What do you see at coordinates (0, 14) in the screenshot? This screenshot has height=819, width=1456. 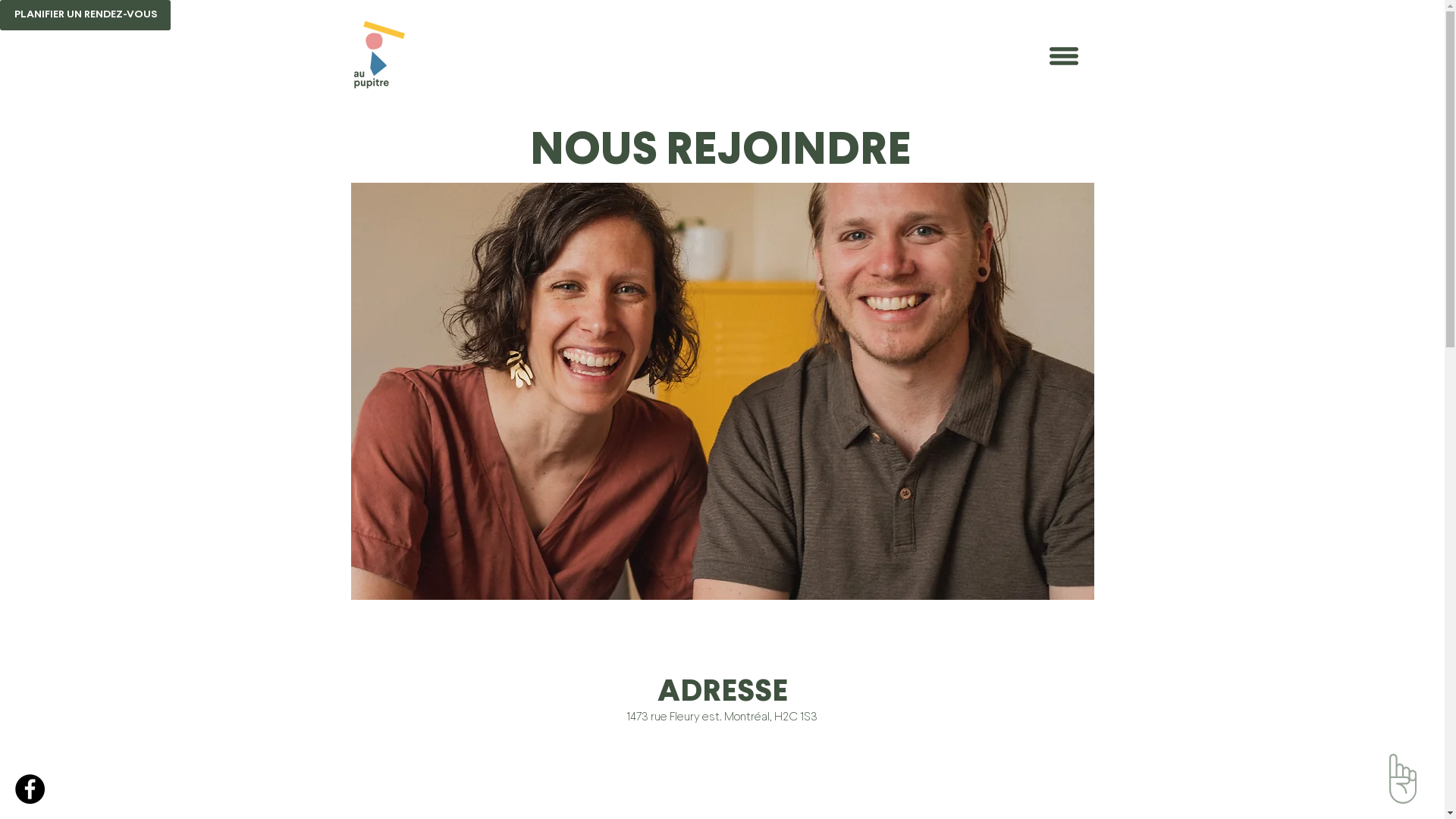 I see `'PLANIFIER UN RENDEZ-VOUS'` at bounding box center [0, 14].